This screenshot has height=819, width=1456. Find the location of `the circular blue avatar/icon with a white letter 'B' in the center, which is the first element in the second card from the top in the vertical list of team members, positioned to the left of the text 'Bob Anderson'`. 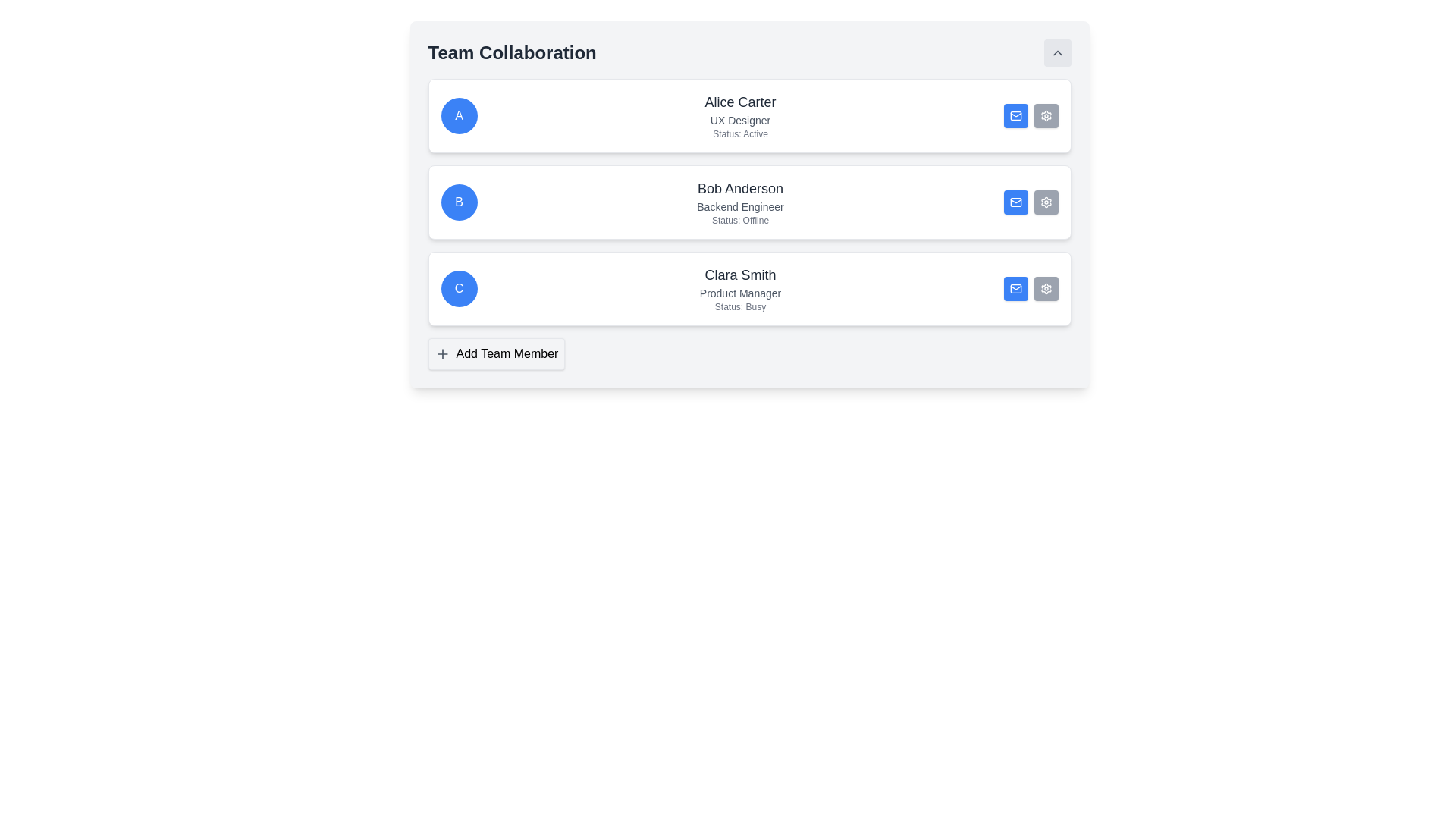

the circular blue avatar/icon with a white letter 'B' in the center, which is the first element in the second card from the top in the vertical list of team members, positioned to the left of the text 'Bob Anderson' is located at coordinates (458, 201).